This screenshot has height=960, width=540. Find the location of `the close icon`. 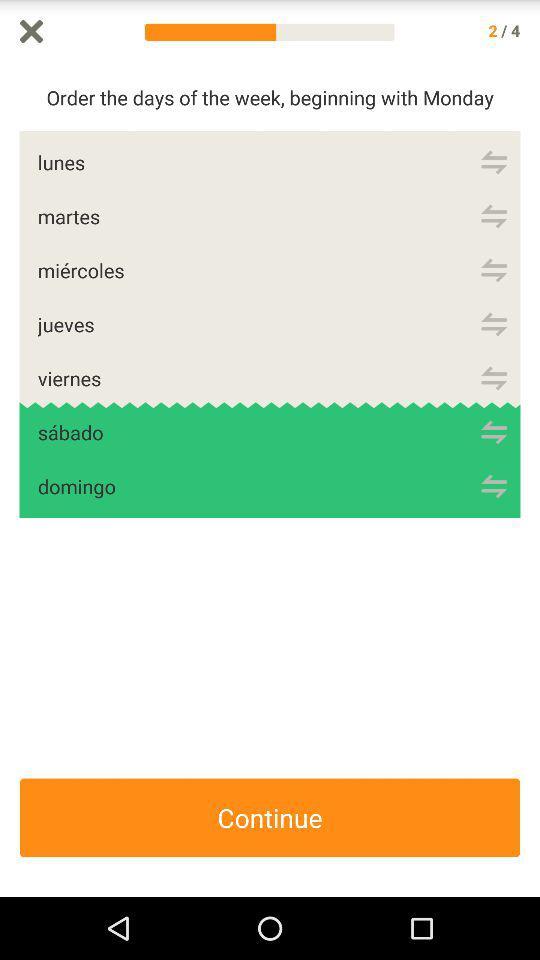

the close icon is located at coordinates (30, 32).